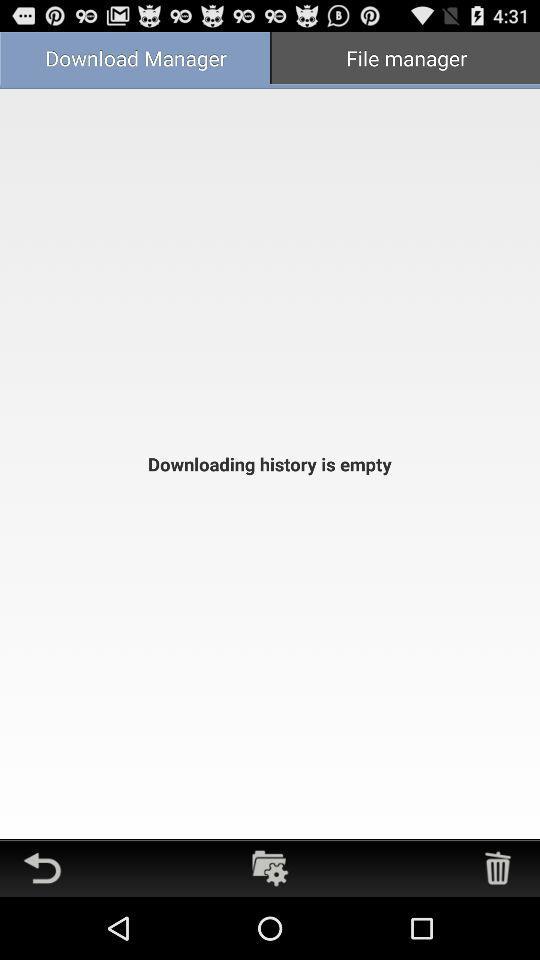  Describe the element at coordinates (42, 867) in the screenshot. I see `go back` at that location.